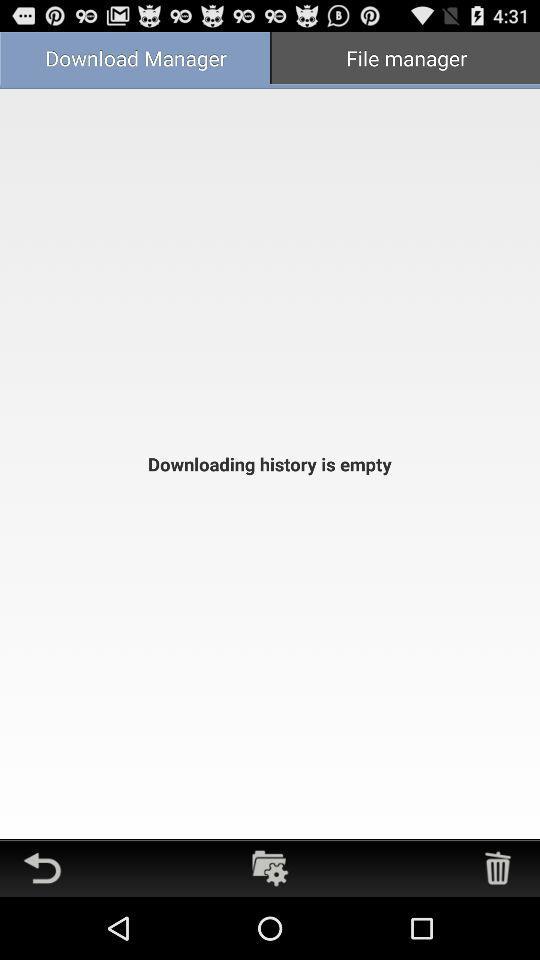  Describe the element at coordinates (42, 867) in the screenshot. I see `go back` at that location.